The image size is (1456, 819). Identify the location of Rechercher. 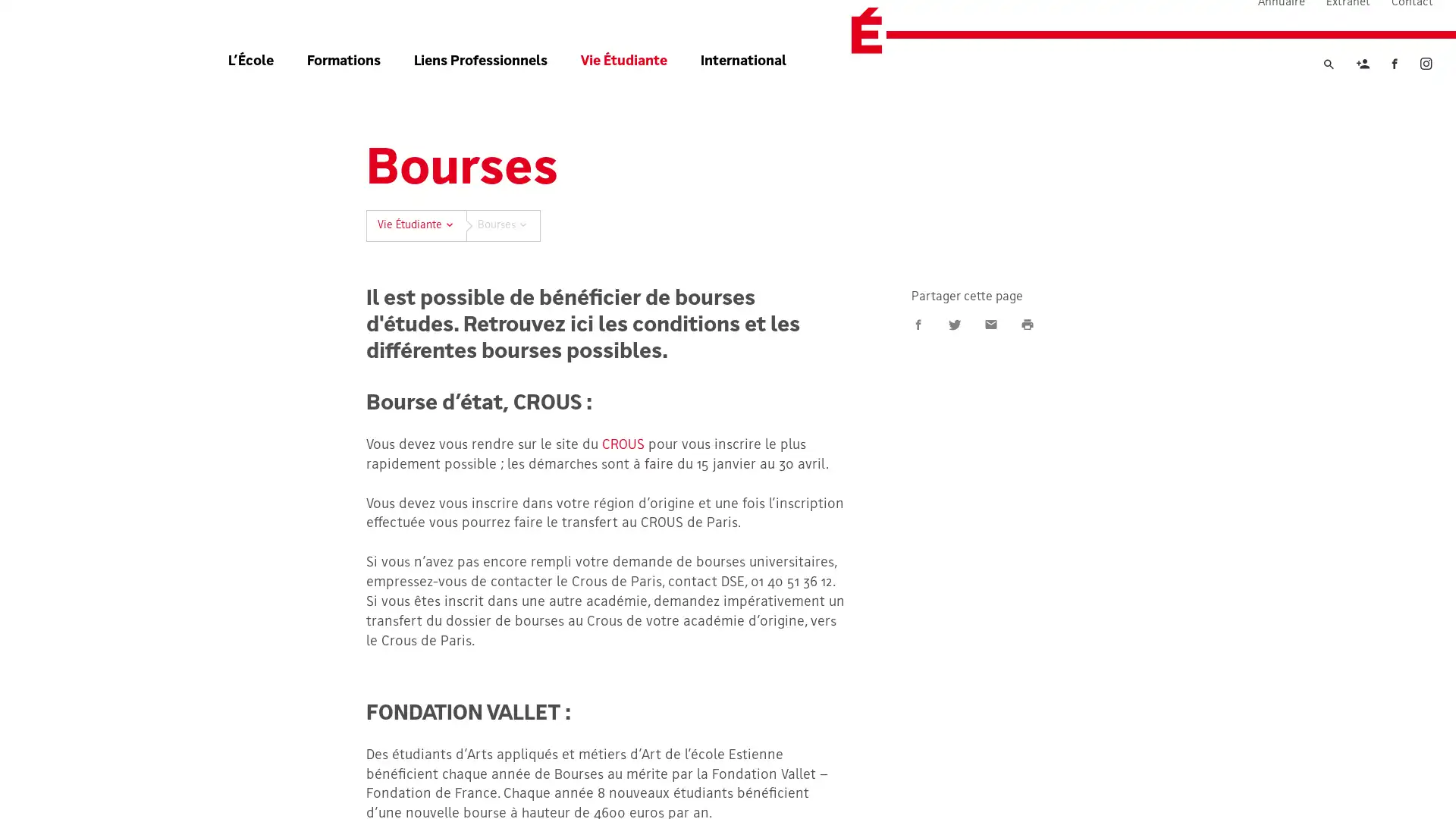
(1328, 93).